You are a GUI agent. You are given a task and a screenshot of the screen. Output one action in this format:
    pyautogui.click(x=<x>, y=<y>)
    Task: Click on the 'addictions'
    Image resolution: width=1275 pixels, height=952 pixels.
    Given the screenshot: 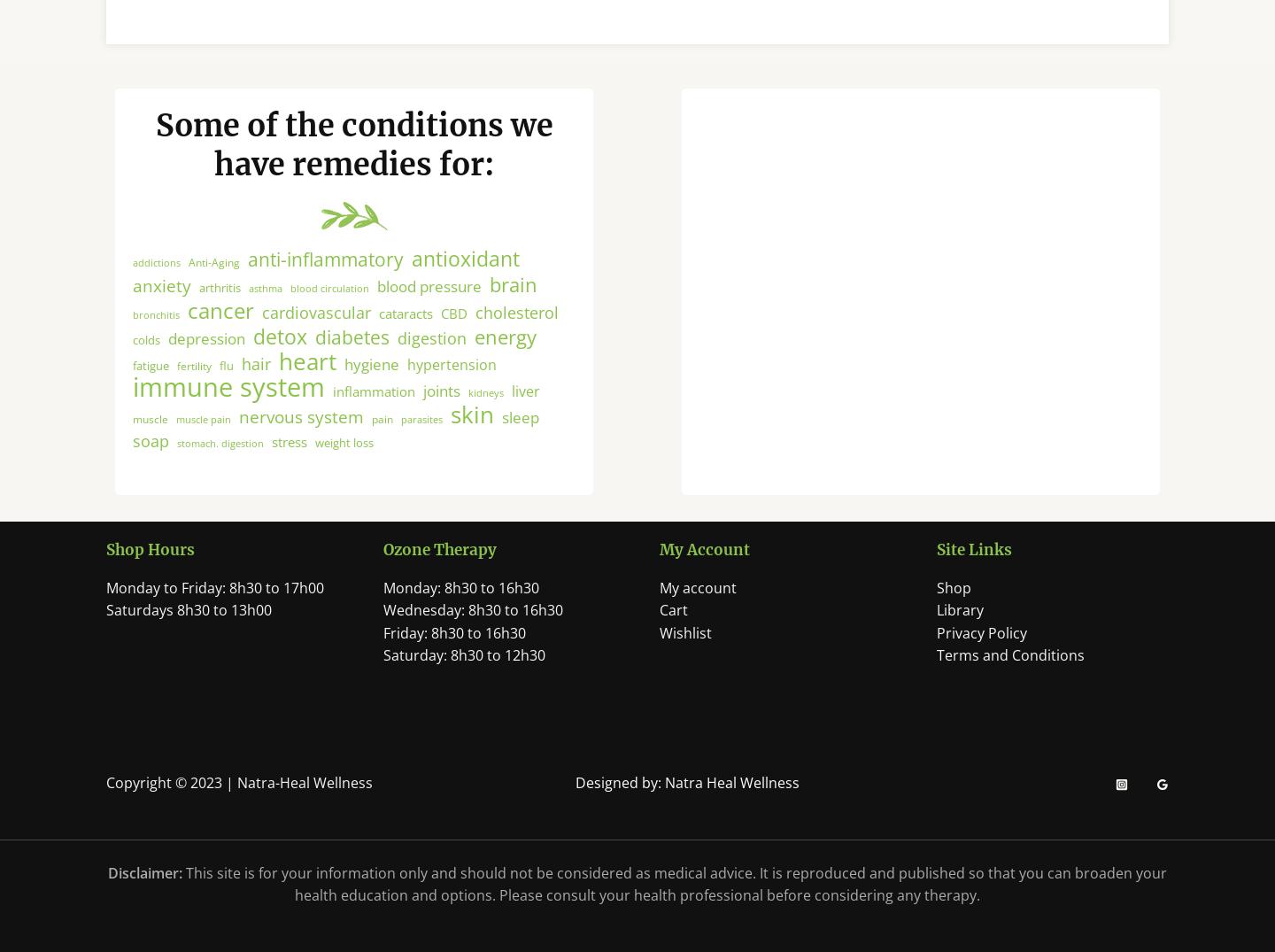 What is the action you would take?
    pyautogui.click(x=155, y=274)
    